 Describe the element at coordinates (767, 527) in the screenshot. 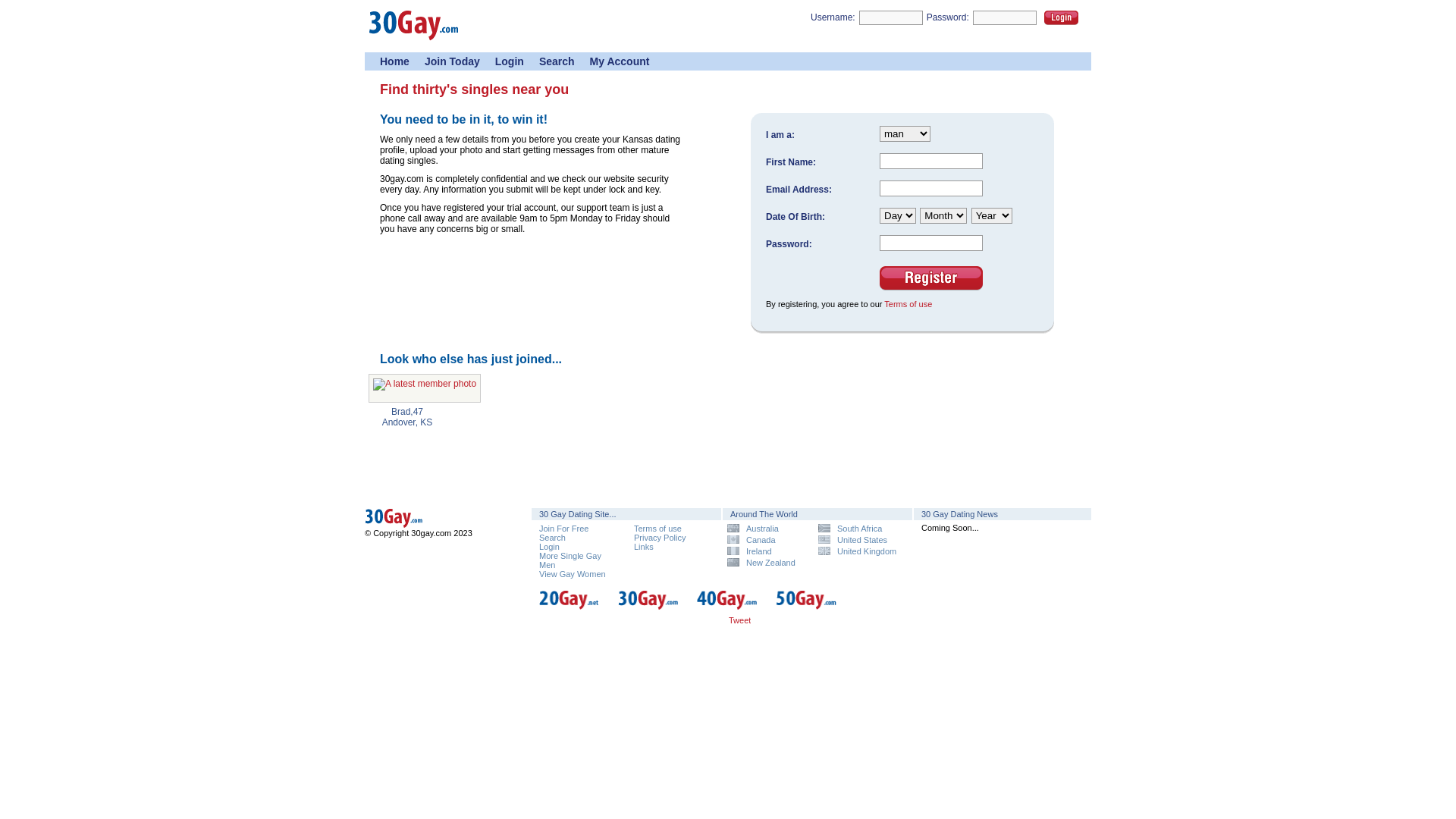

I see `'Australia'` at that location.